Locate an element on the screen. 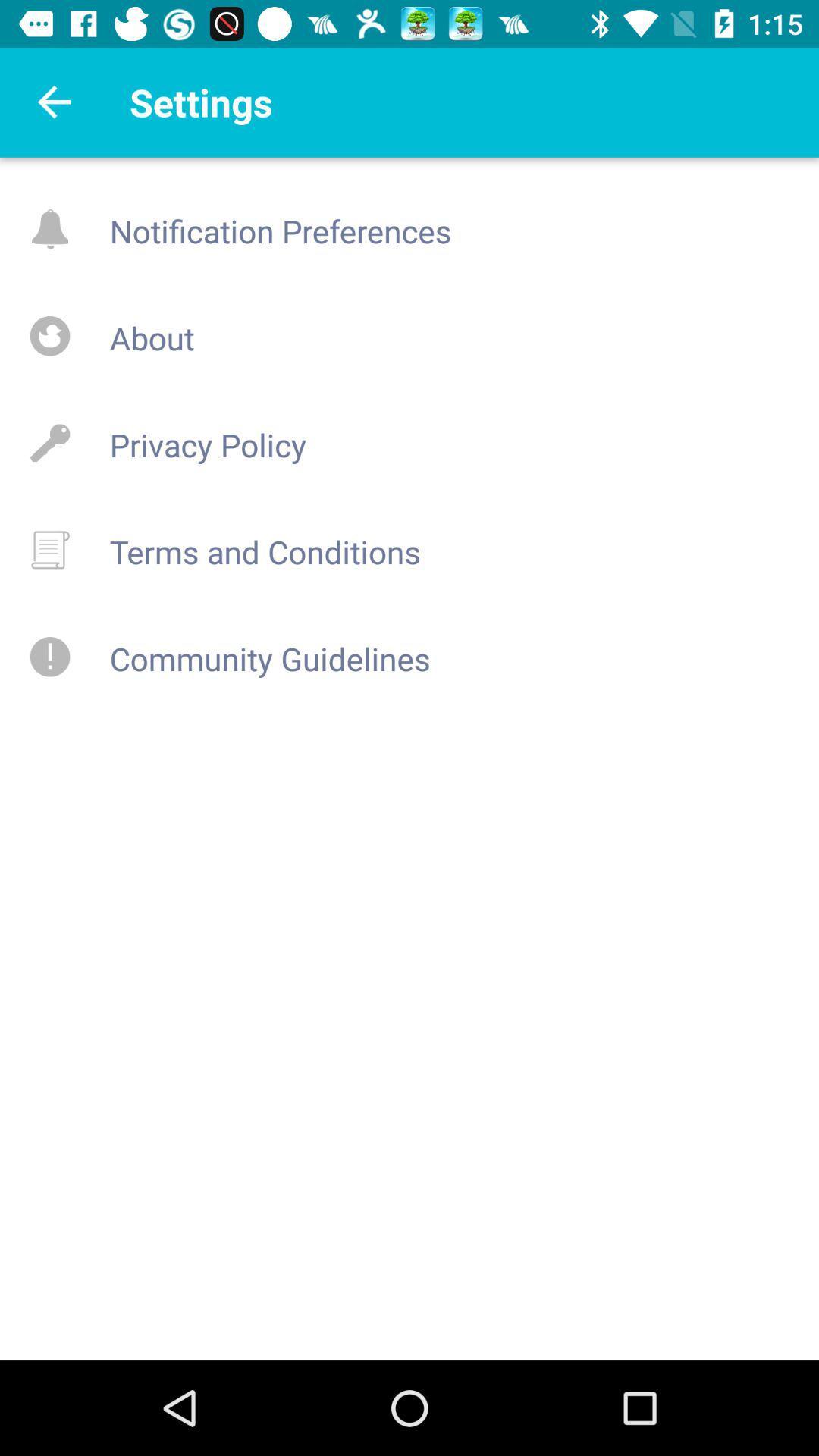 The width and height of the screenshot is (819, 1456). back is located at coordinates (54, 102).